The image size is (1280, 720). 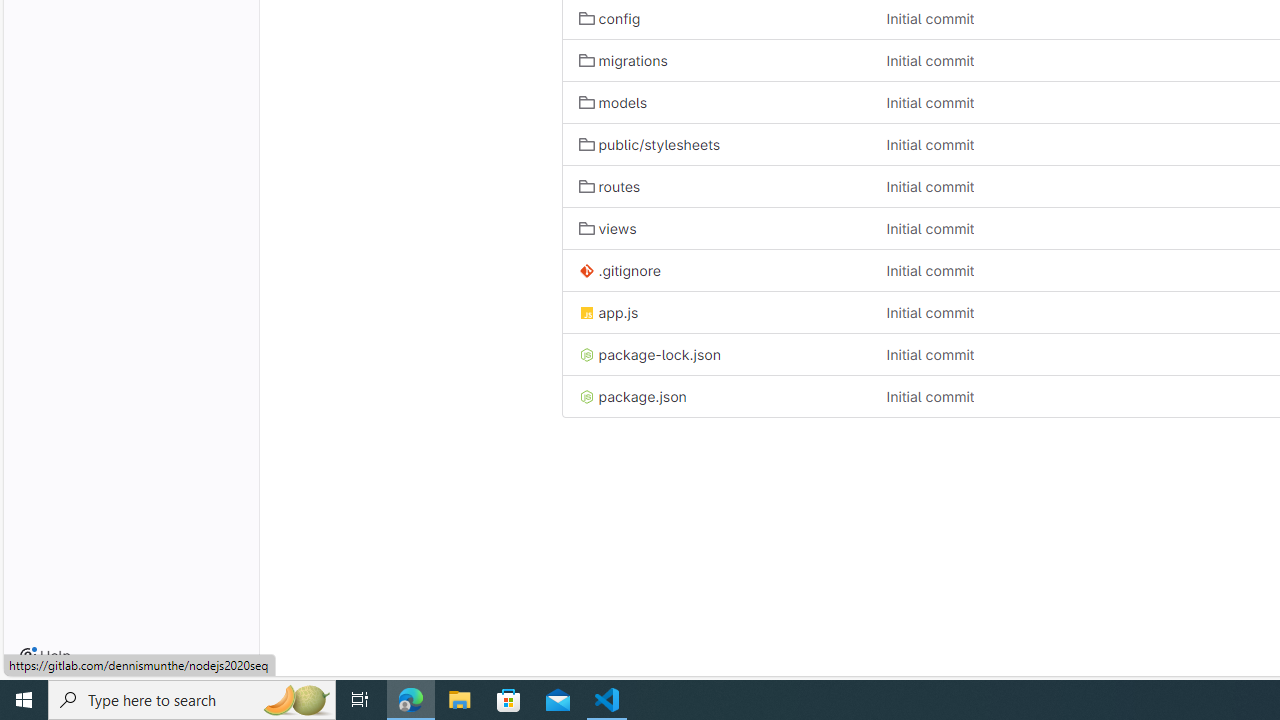 What do you see at coordinates (716, 396) in the screenshot?
I see `'package.json'` at bounding box center [716, 396].